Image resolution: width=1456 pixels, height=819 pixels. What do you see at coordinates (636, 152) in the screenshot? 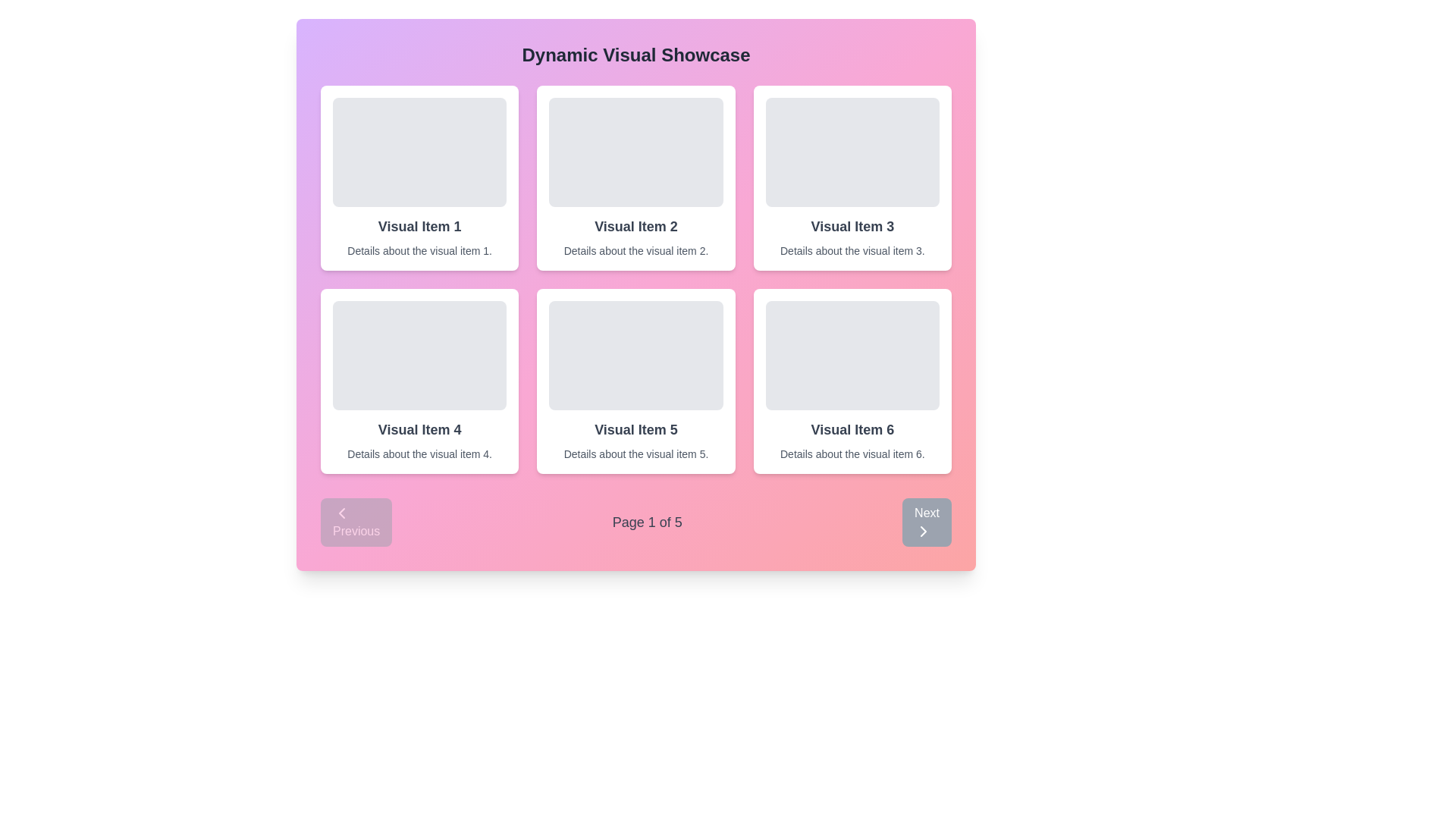
I see `the visual placeholder element located in the card labeled 'Visual Item 2', which is positioned centrally in the middle row of the grid layout` at bounding box center [636, 152].